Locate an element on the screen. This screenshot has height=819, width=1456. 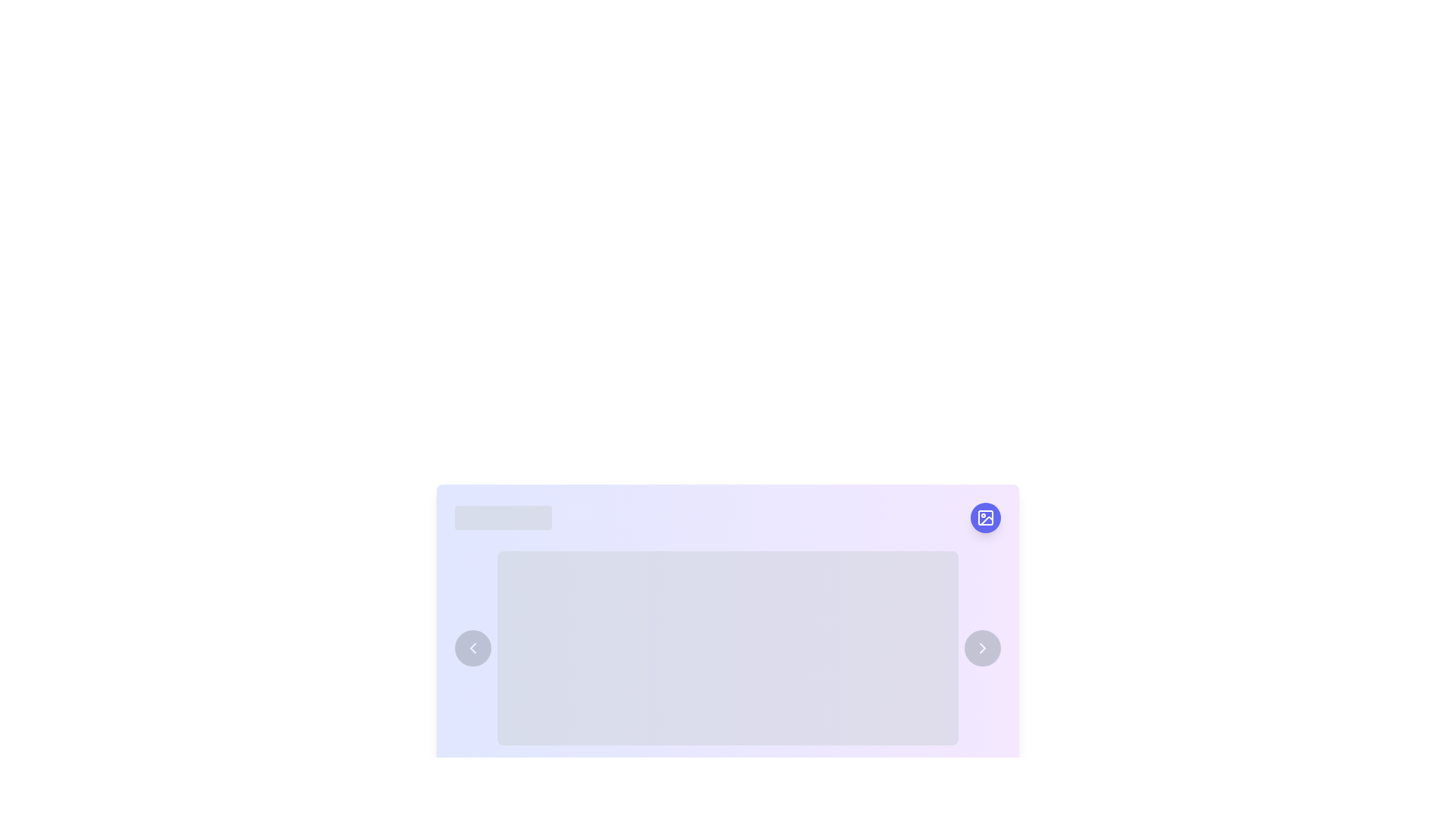
the decorative rectangle with rounded corners in the SVG icon located in the top right corner of the card-like layout is located at coordinates (985, 516).